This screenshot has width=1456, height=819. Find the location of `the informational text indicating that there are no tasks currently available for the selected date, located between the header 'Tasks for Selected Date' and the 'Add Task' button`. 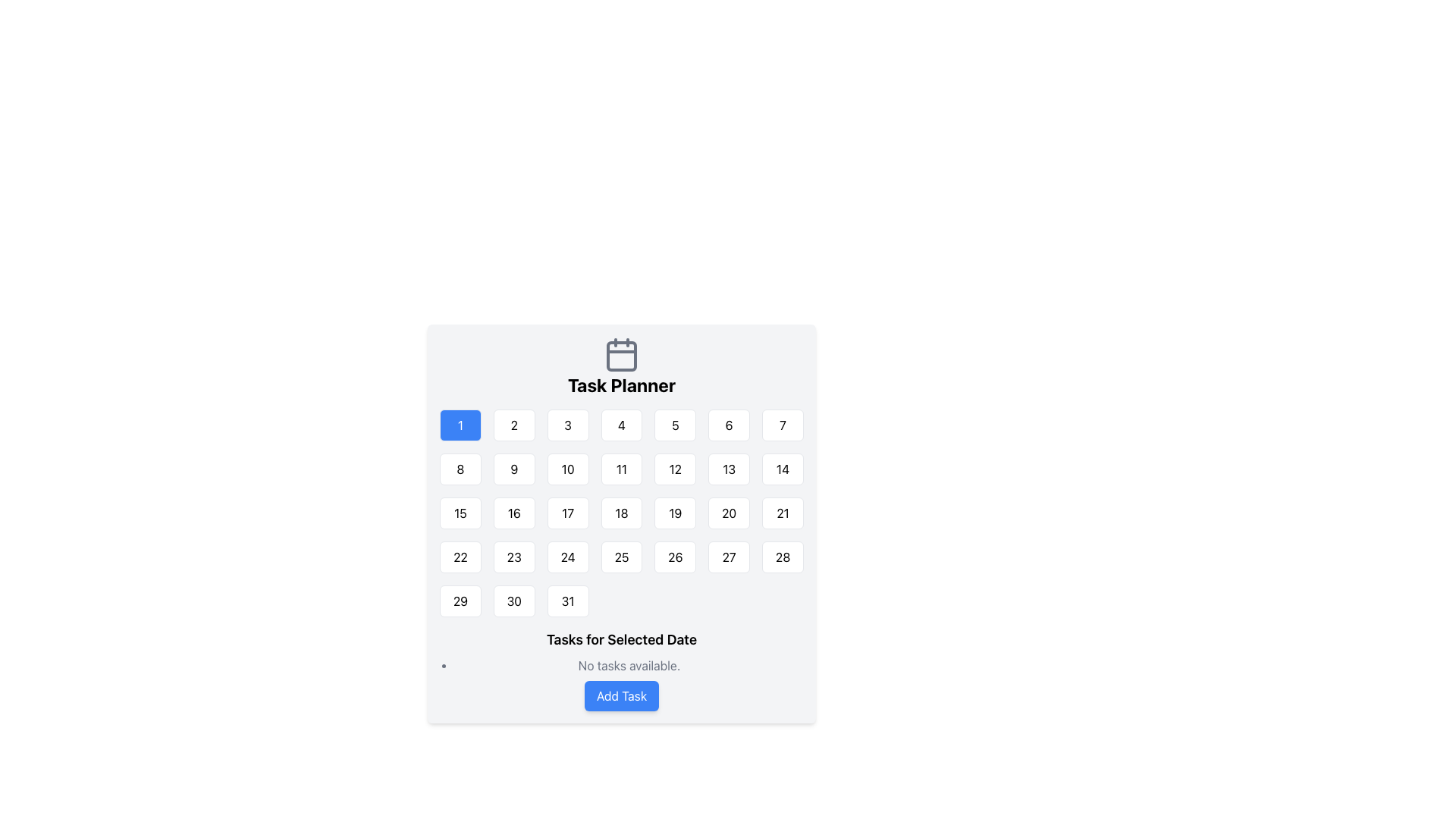

the informational text indicating that there are no tasks currently available for the selected date, located between the header 'Tasks for Selected Date' and the 'Add Task' button is located at coordinates (622, 665).